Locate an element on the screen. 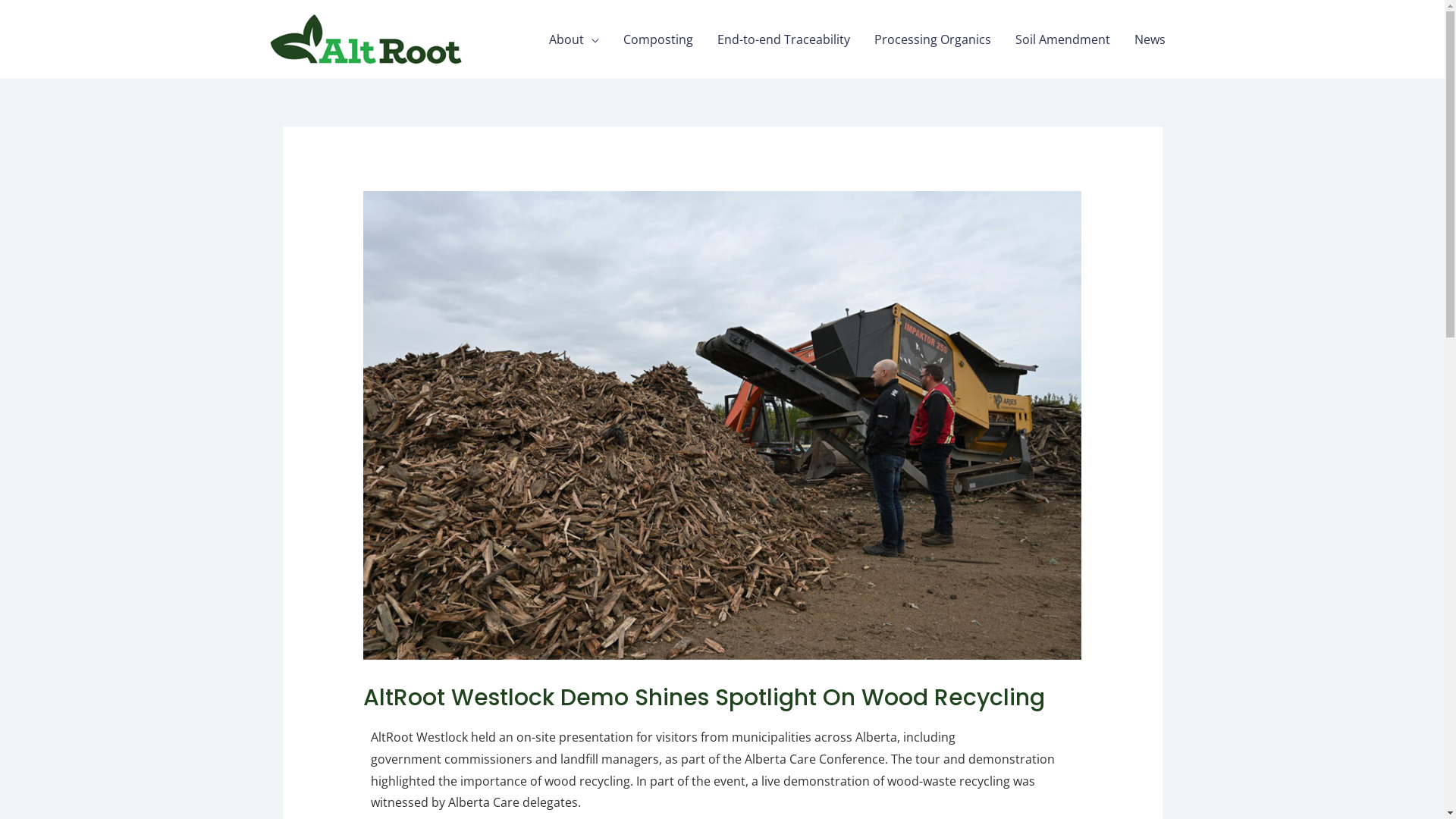  'Processing Organics' is located at coordinates (930, 37).